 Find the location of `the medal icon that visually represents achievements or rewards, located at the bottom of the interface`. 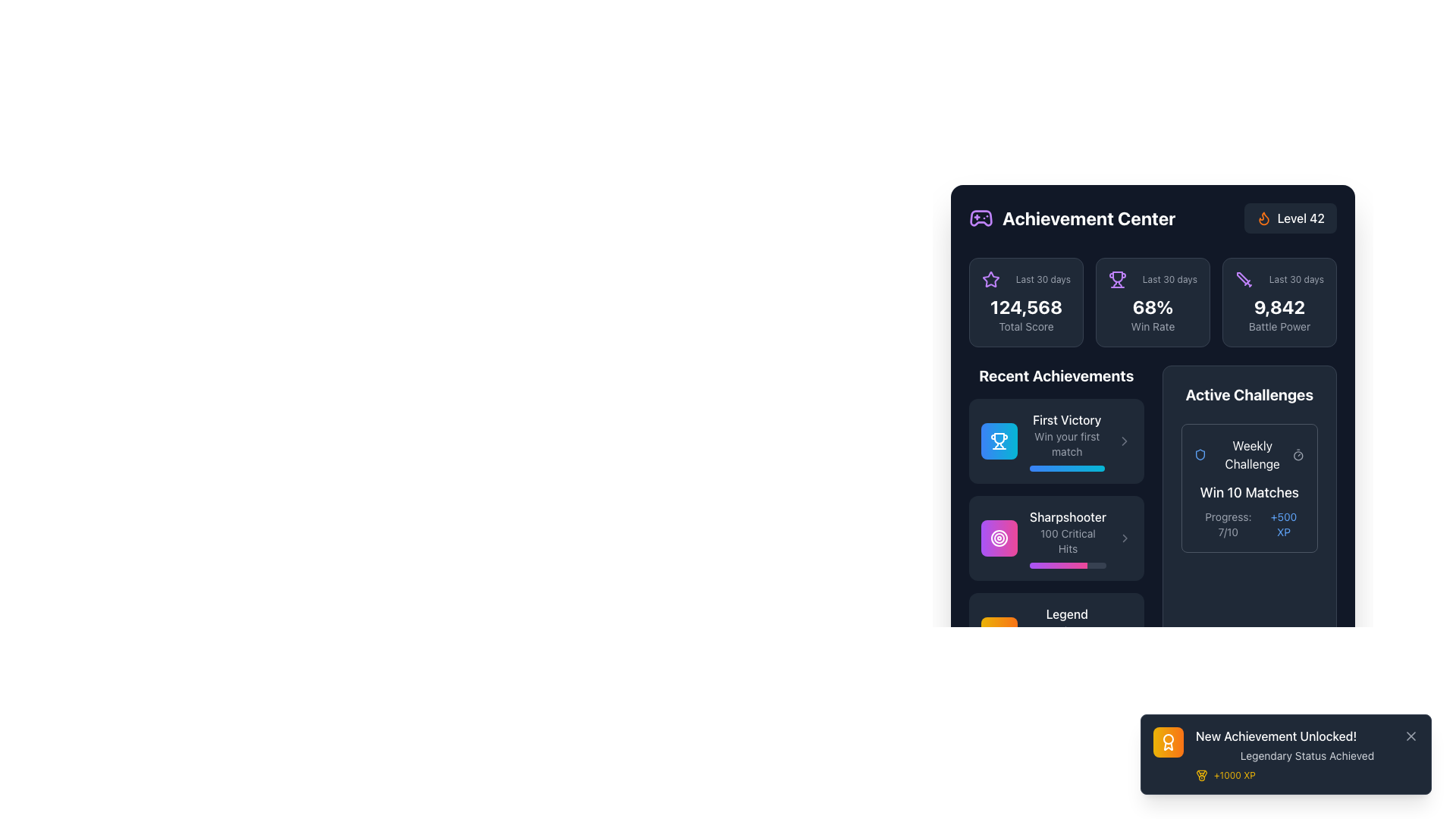

the medal icon that visually represents achievements or rewards, located at the bottom of the interface is located at coordinates (1200, 773).